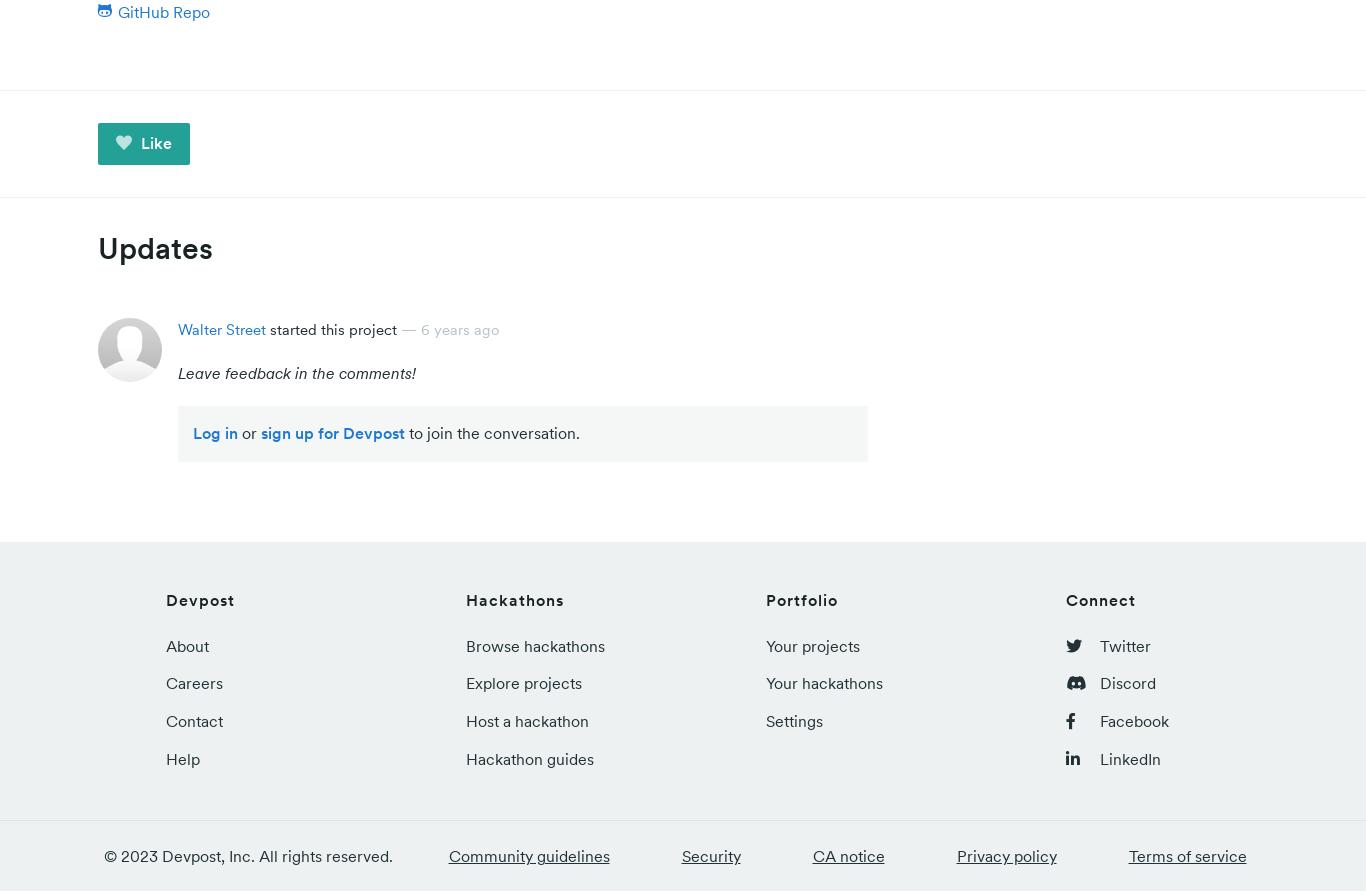 The image size is (1366, 891). I want to click on 'Discord', so click(1125, 682).